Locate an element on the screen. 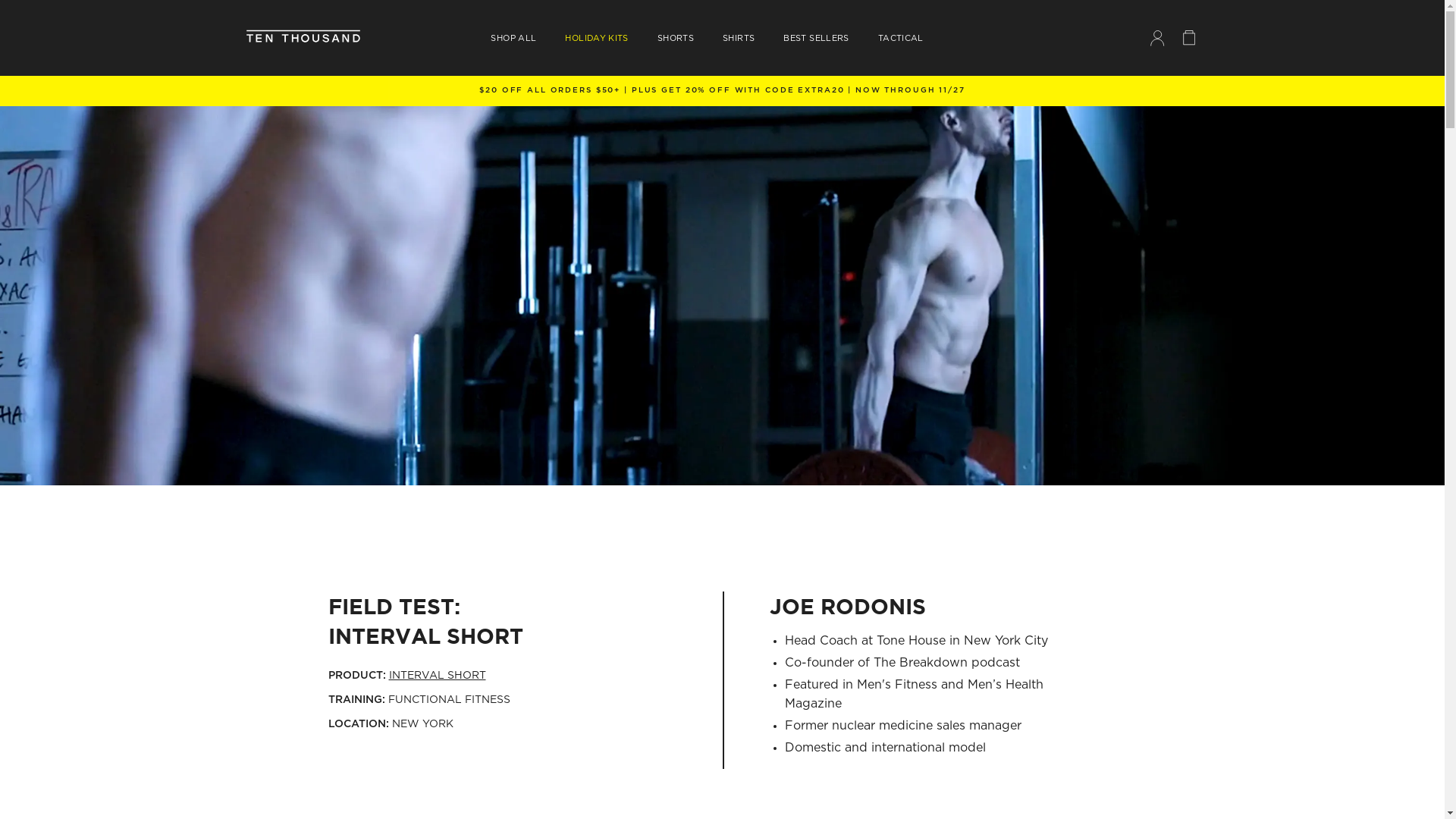  'SHOP ALL' is located at coordinates (513, 37).